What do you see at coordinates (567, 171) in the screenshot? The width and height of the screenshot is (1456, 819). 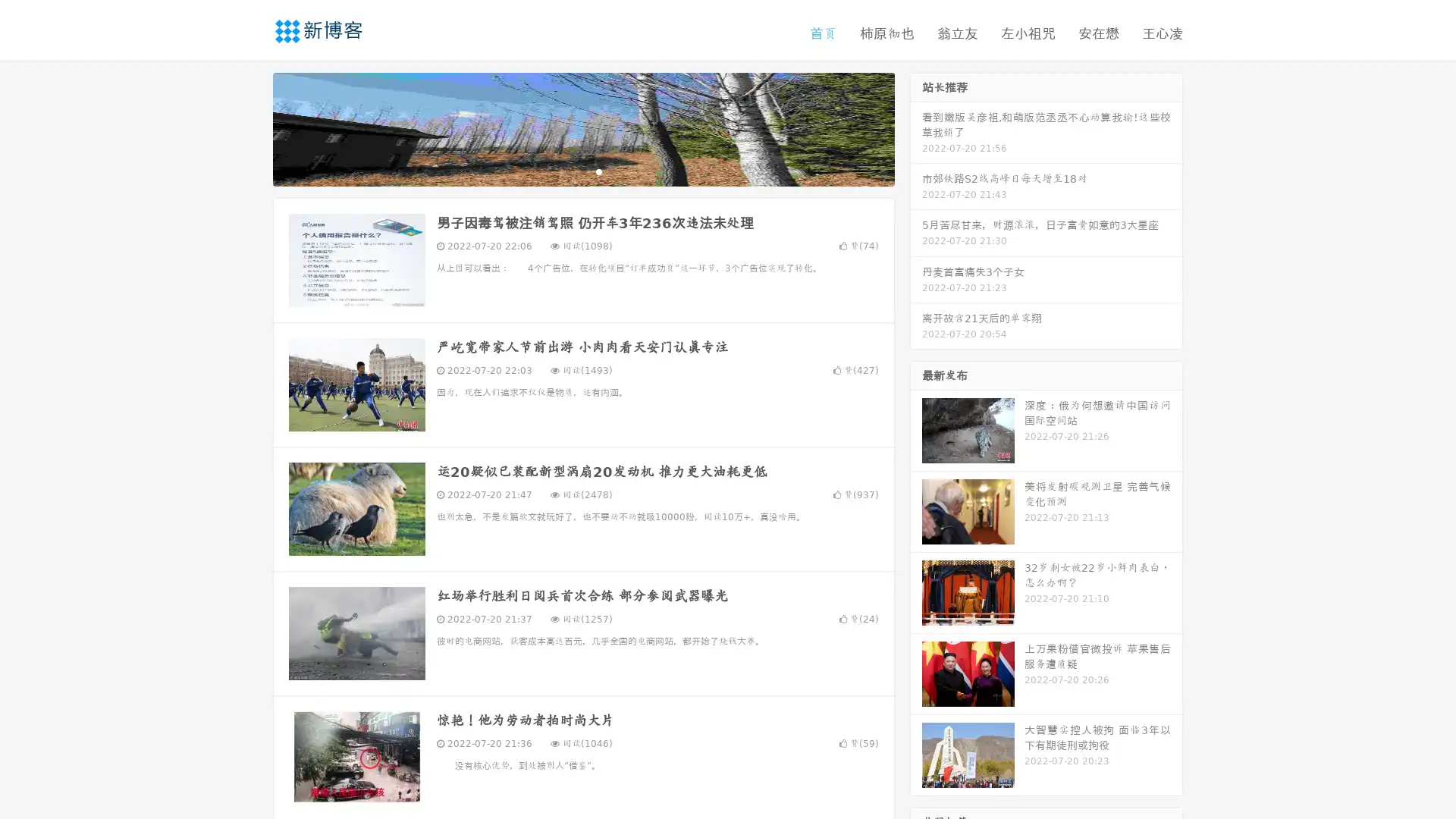 I see `Go to slide 1` at bounding box center [567, 171].